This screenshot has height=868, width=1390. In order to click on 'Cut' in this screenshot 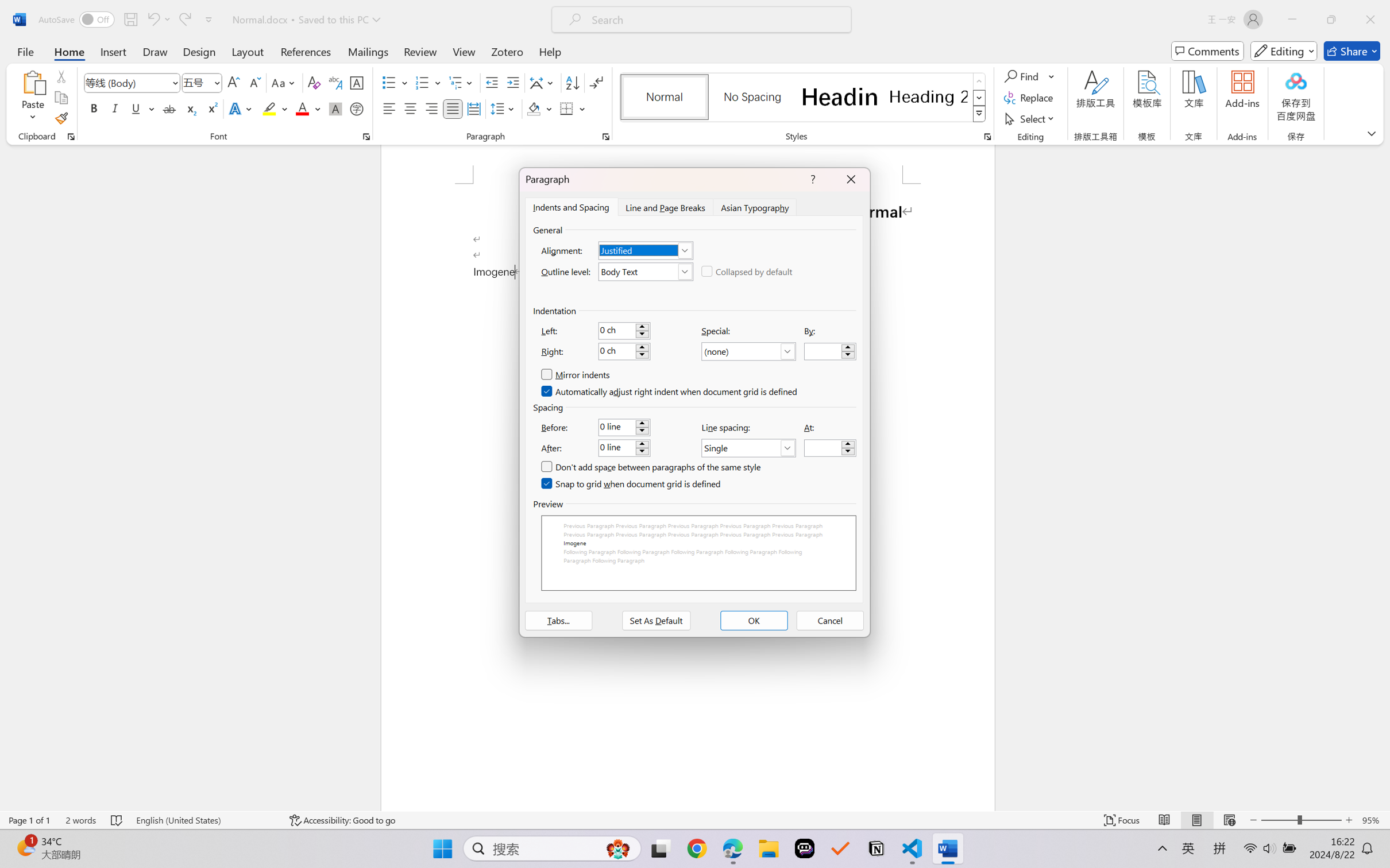, I will do `click(60, 75)`.